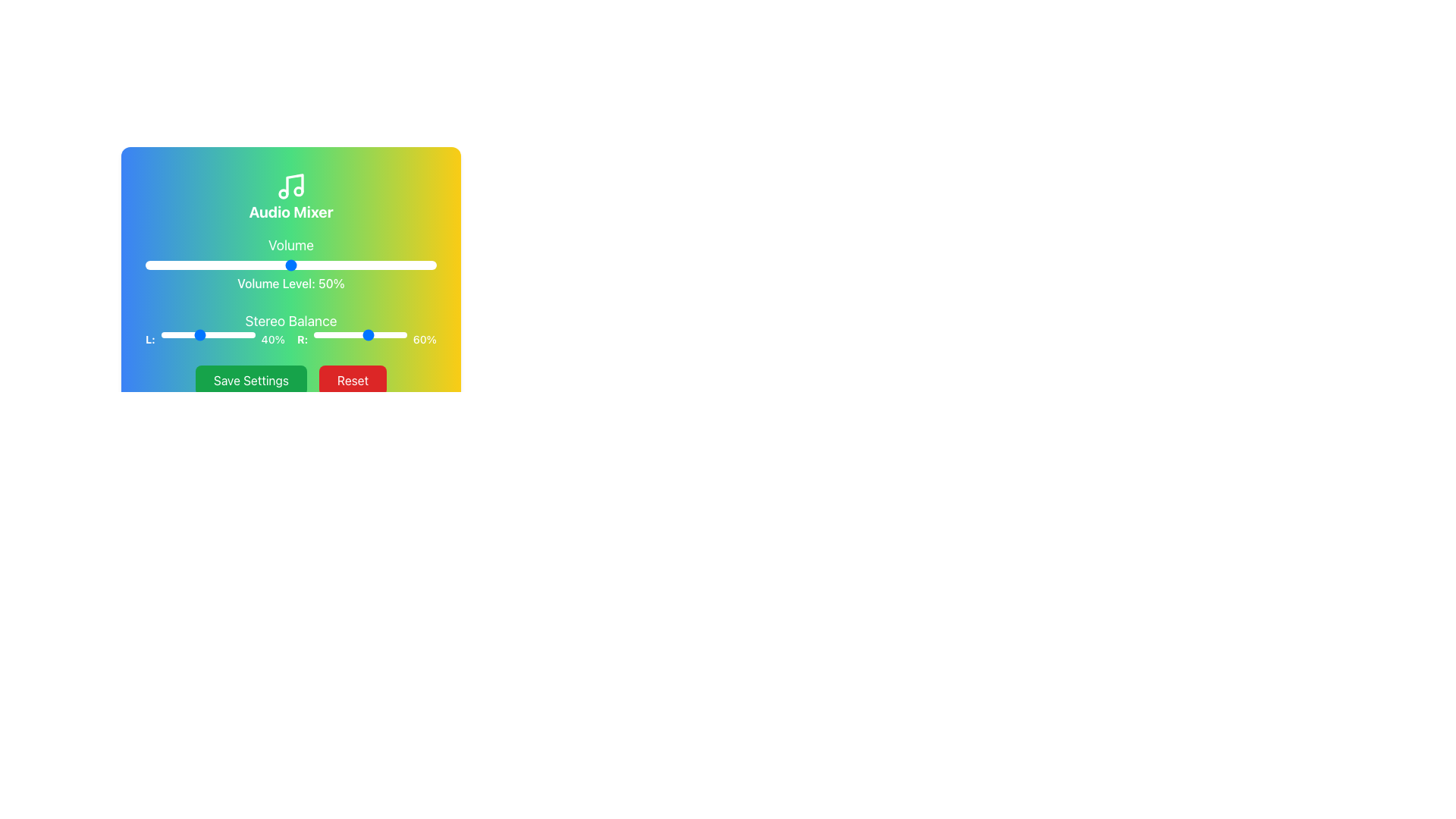 The width and height of the screenshot is (1456, 819). What do you see at coordinates (291, 328) in the screenshot?
I see `the interactive audio balance slider control group, located below the 'Volume Level: 50%' section` at bounding box center [291, 328].